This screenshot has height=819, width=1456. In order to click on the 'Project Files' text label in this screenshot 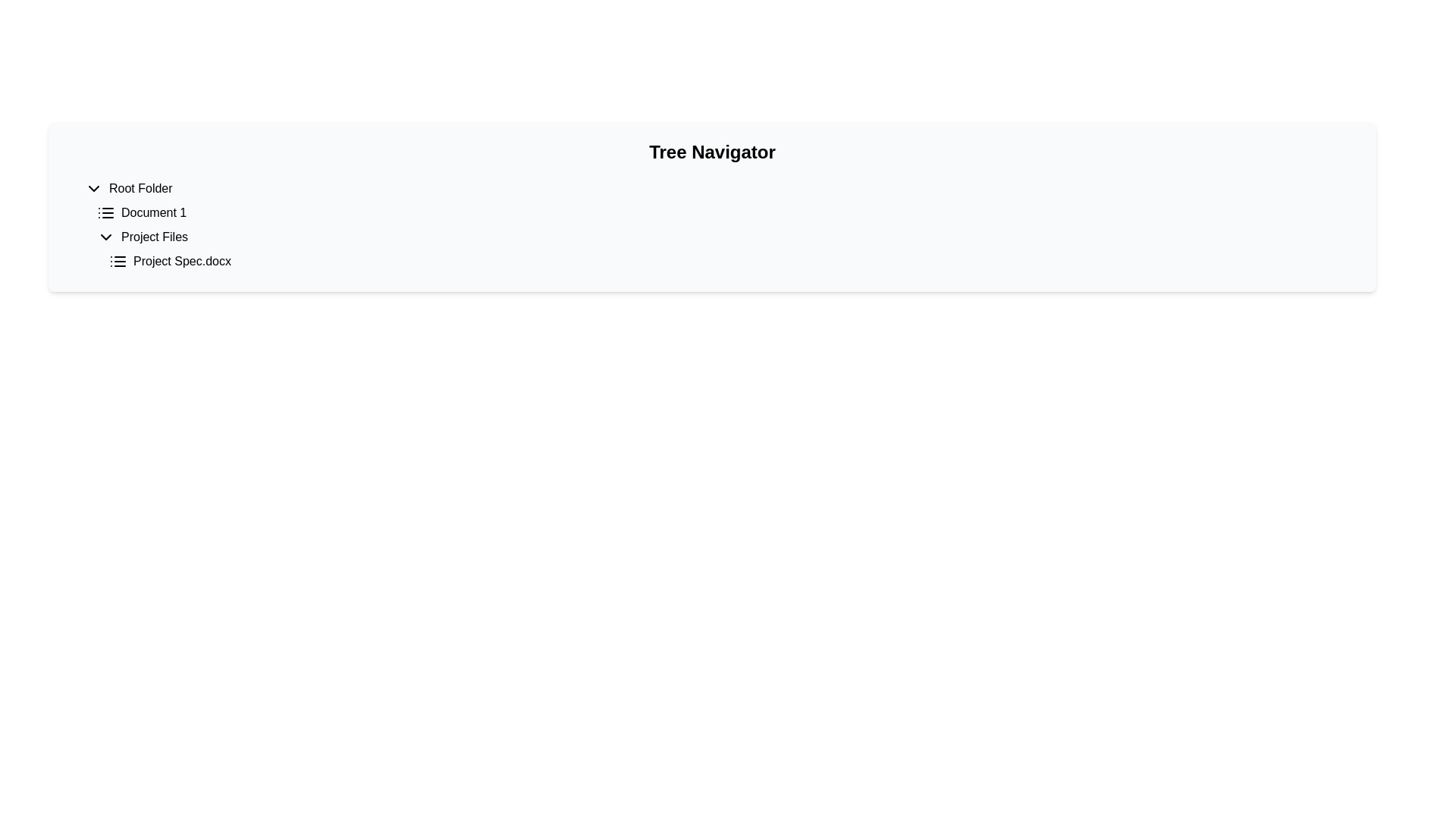, I will do `click(155, 237)`.